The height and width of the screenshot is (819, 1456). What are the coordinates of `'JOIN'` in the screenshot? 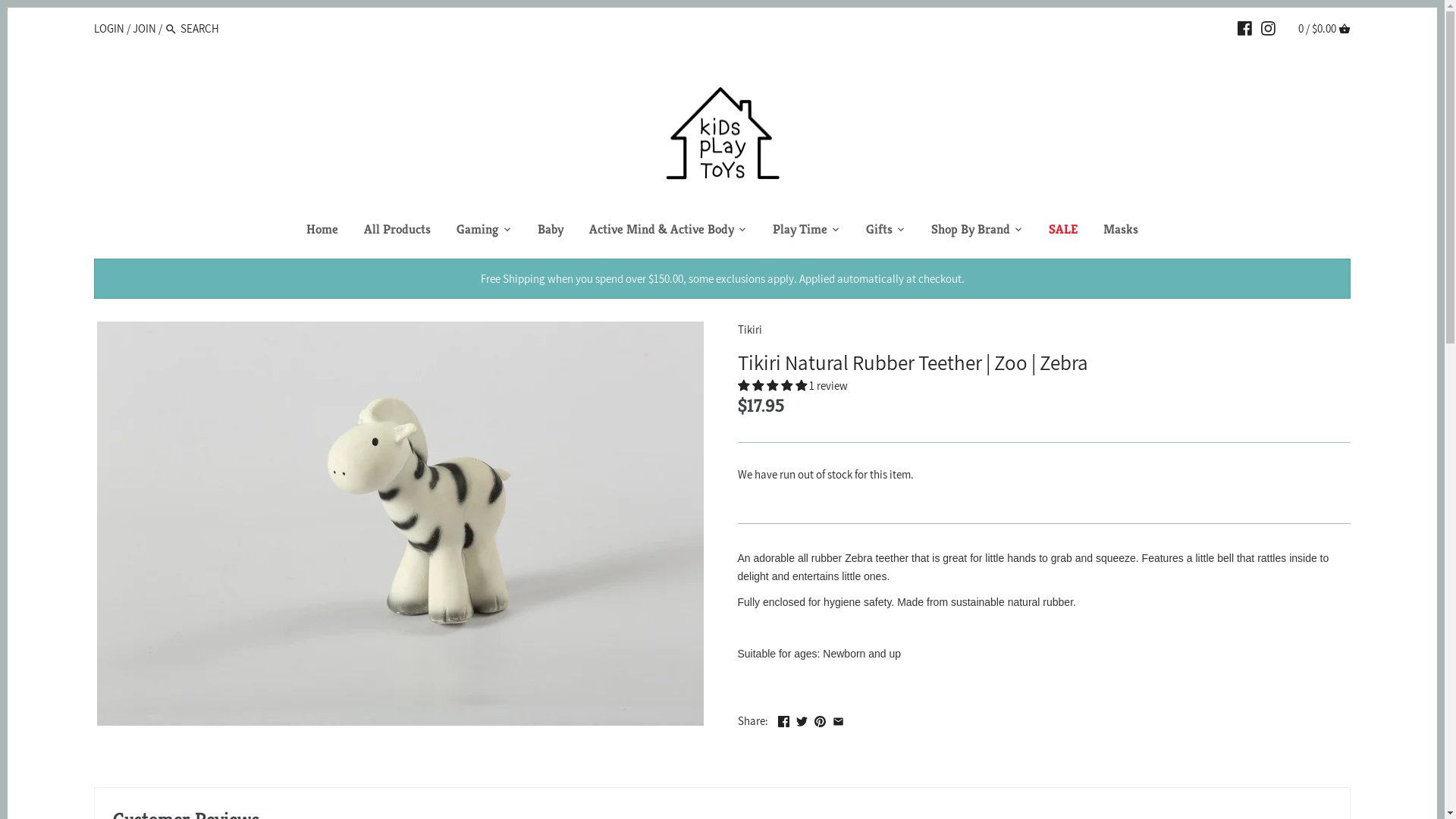 It's located at (144, 28).